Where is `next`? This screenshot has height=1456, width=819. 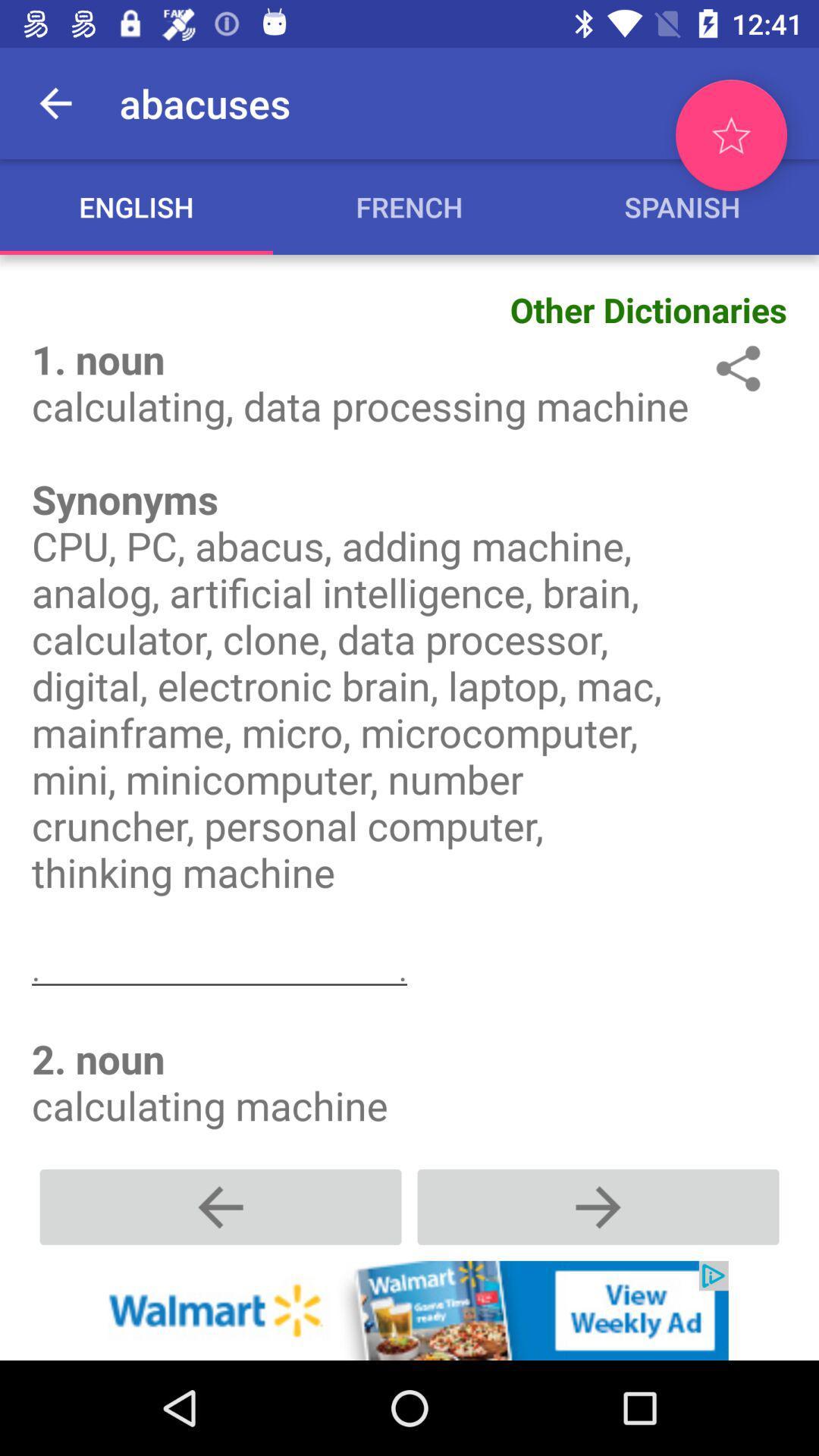
next is located at coordinates (598, 1206).